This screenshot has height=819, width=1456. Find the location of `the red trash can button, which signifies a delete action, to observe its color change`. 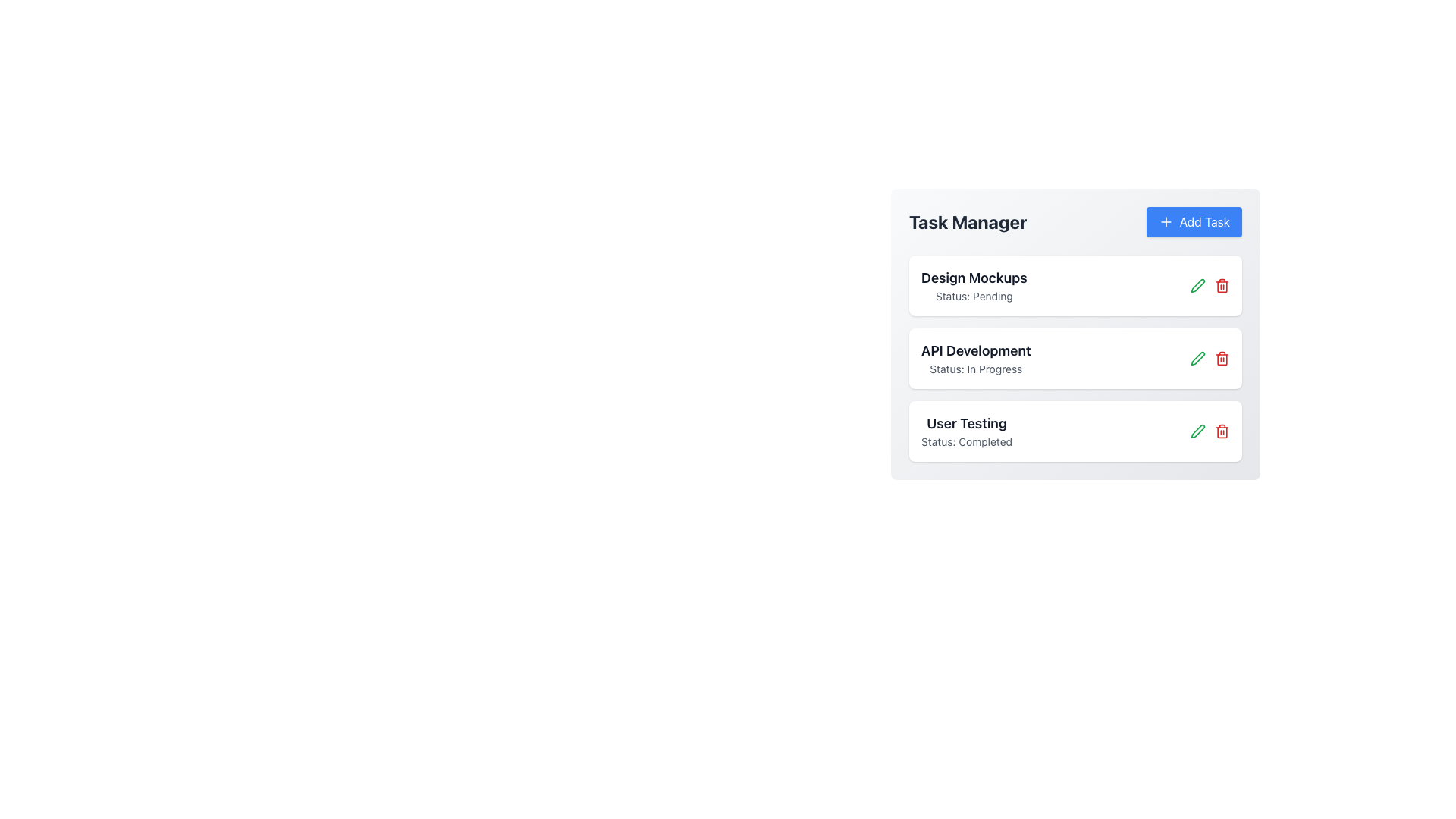

the red trash can button, which signifies a delete action, to observe its color change is located at coordinates (1222, 431).